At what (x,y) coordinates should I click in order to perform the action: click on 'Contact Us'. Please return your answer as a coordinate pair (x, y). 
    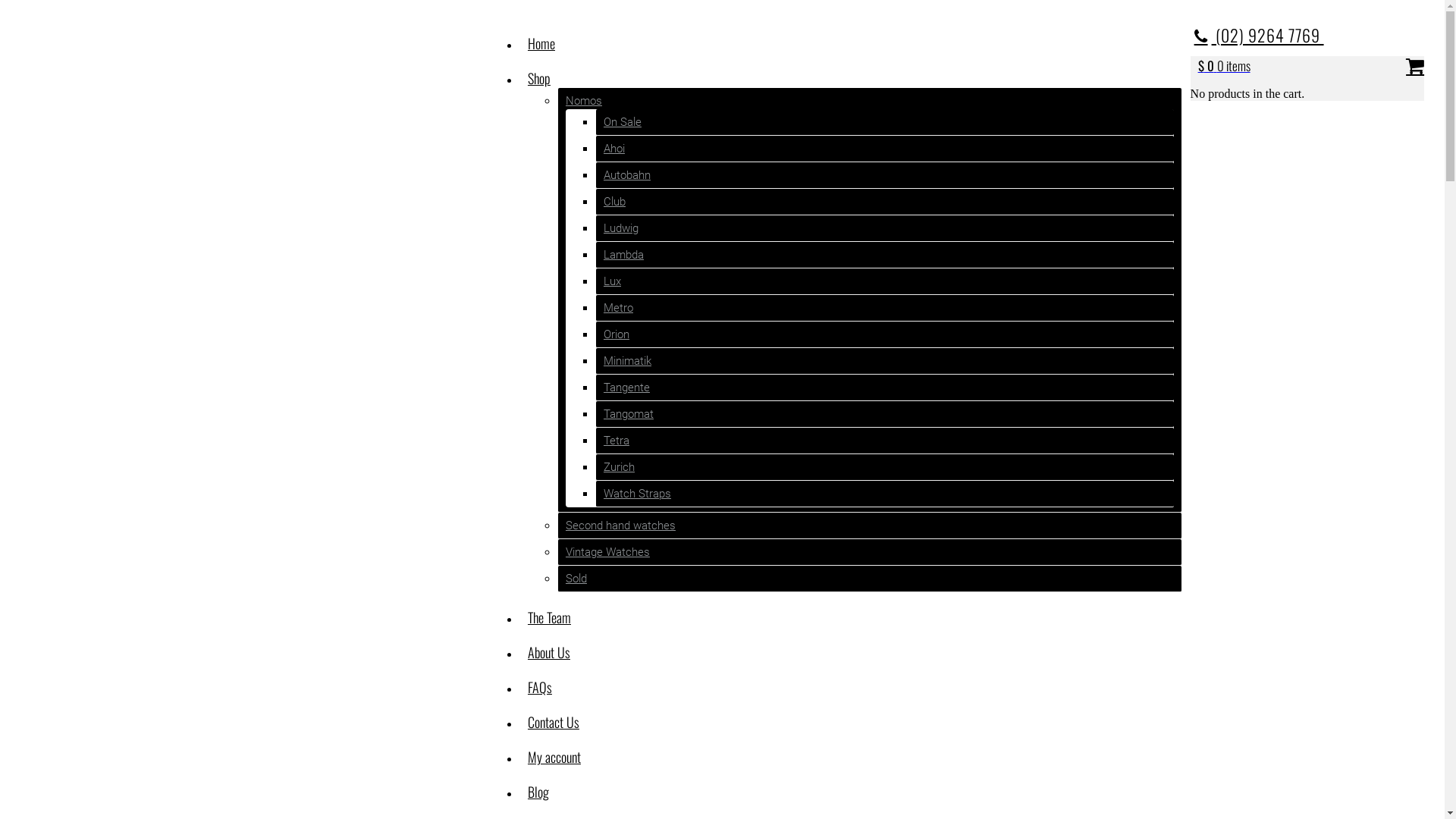
    Looking at the image, I should click on (528, 721).